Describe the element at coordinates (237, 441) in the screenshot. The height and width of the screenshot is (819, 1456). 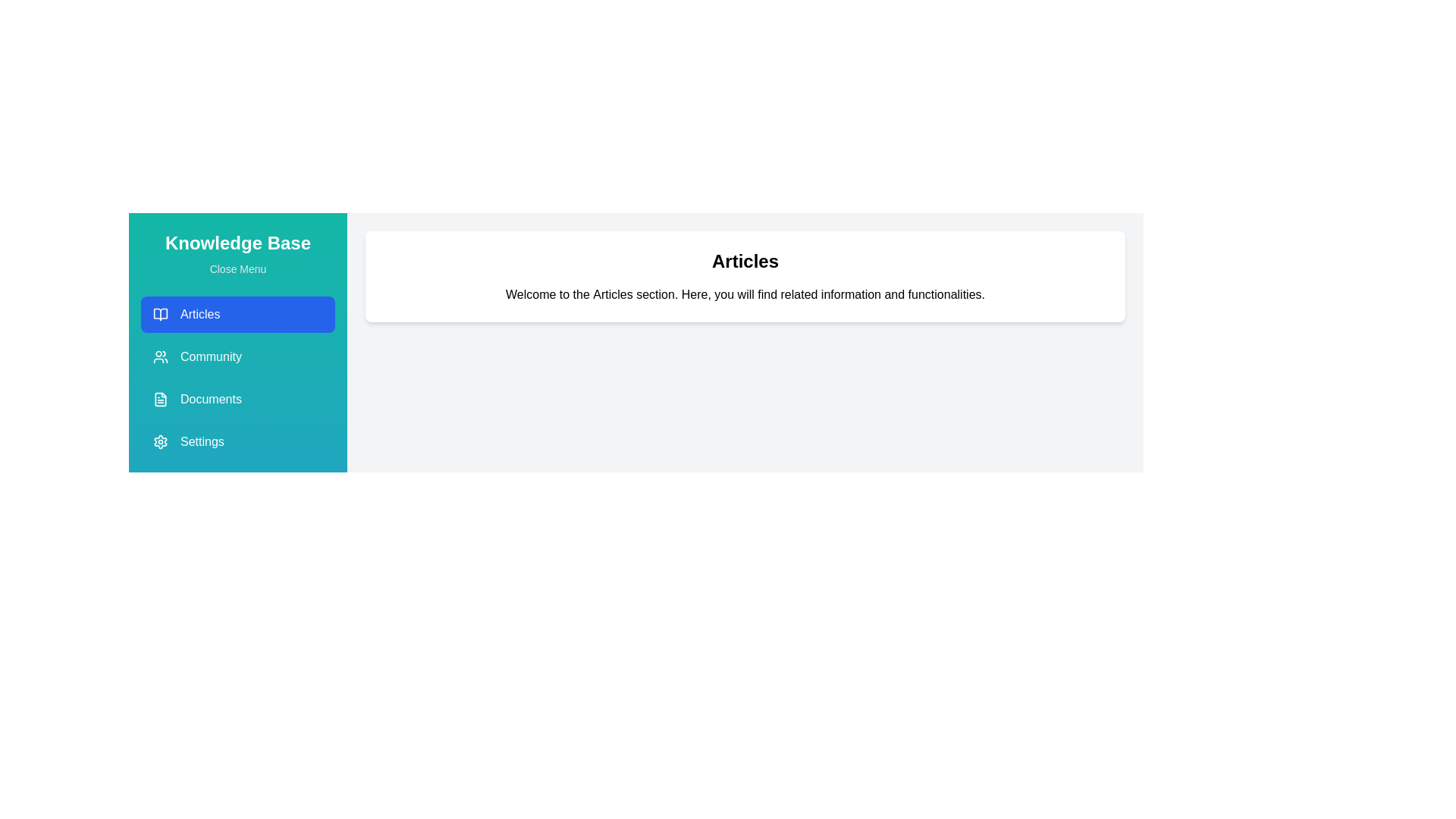
I see `the menu section Settings` at that location.